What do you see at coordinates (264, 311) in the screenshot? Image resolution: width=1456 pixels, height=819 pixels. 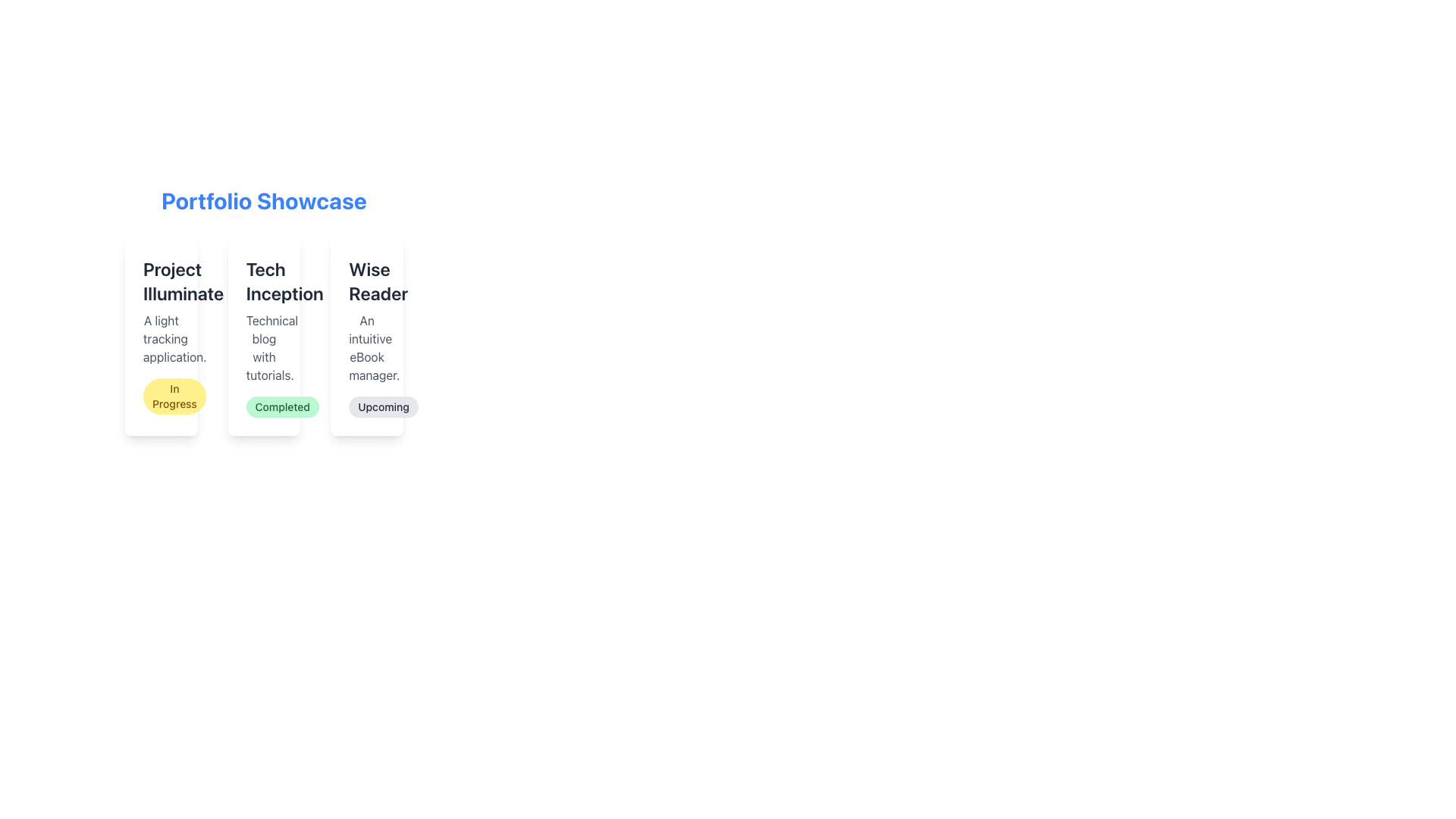 I see `the project summary card located centrally in a grid between 'Project Illuminate' and 'Wise Reader'` at bounding box center [264, 311].